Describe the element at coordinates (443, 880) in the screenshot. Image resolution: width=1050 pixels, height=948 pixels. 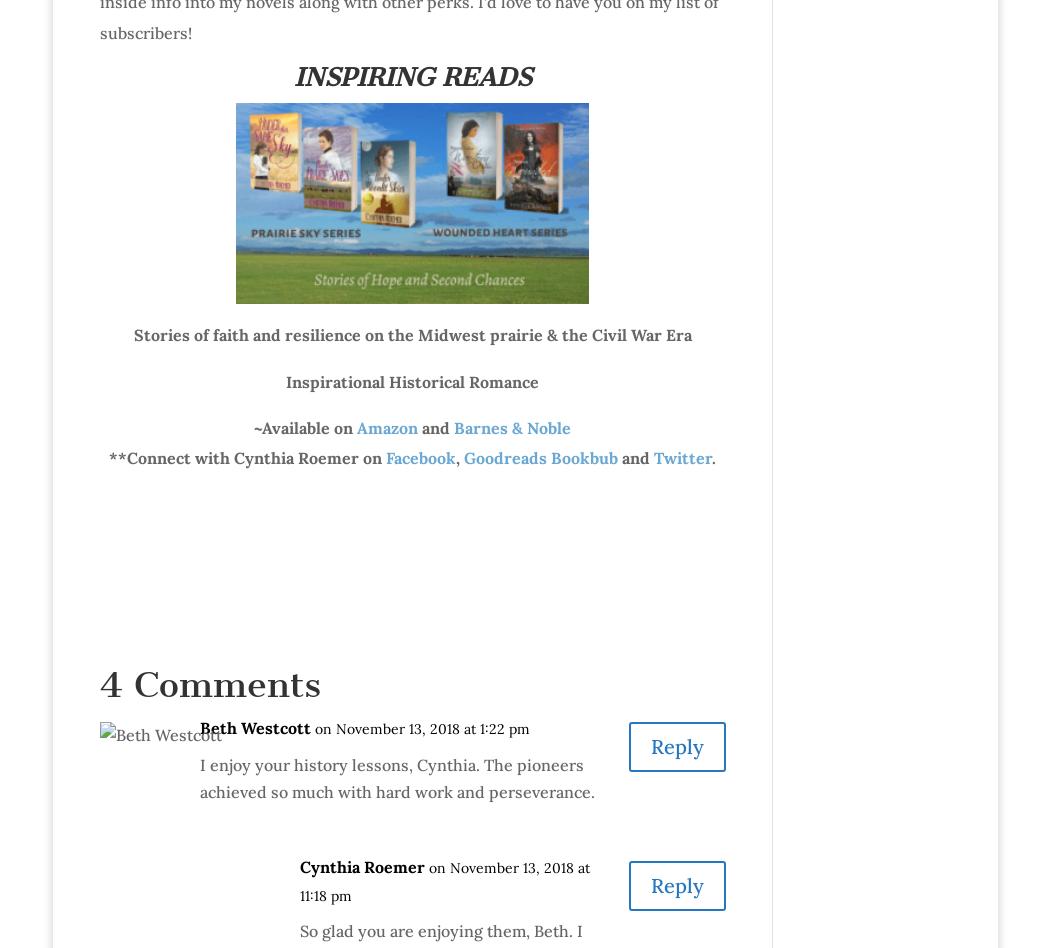
I see `'on November 13, 2018 at 11:18 pm'` at that location.